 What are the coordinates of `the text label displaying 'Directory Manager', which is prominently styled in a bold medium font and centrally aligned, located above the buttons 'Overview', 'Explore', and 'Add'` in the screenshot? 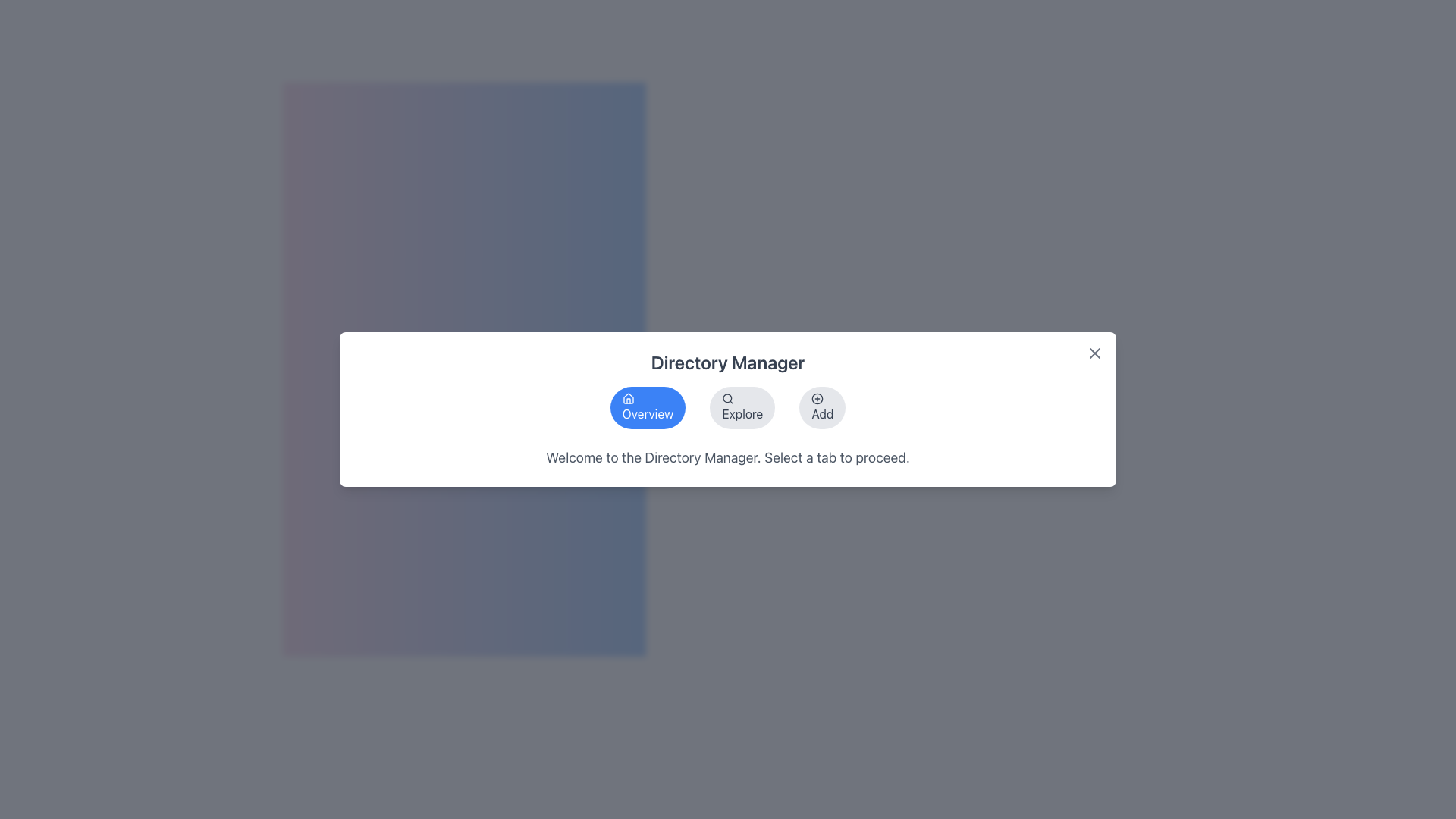 It's located at (728, 362).